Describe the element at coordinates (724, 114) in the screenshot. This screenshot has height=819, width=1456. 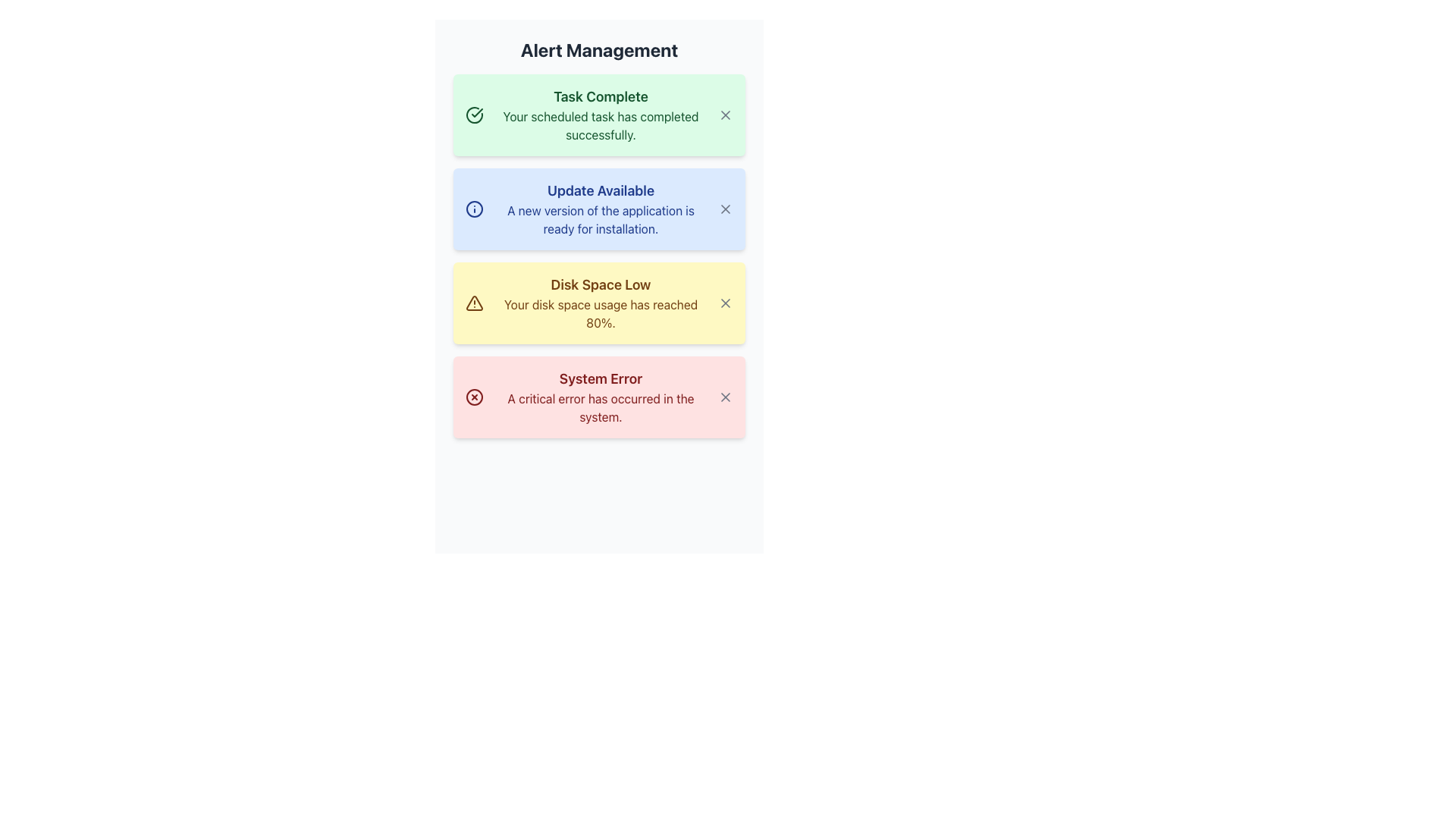
I see `the dismiss icon located on the far right of the 'Task Complete' alert box` at that location.